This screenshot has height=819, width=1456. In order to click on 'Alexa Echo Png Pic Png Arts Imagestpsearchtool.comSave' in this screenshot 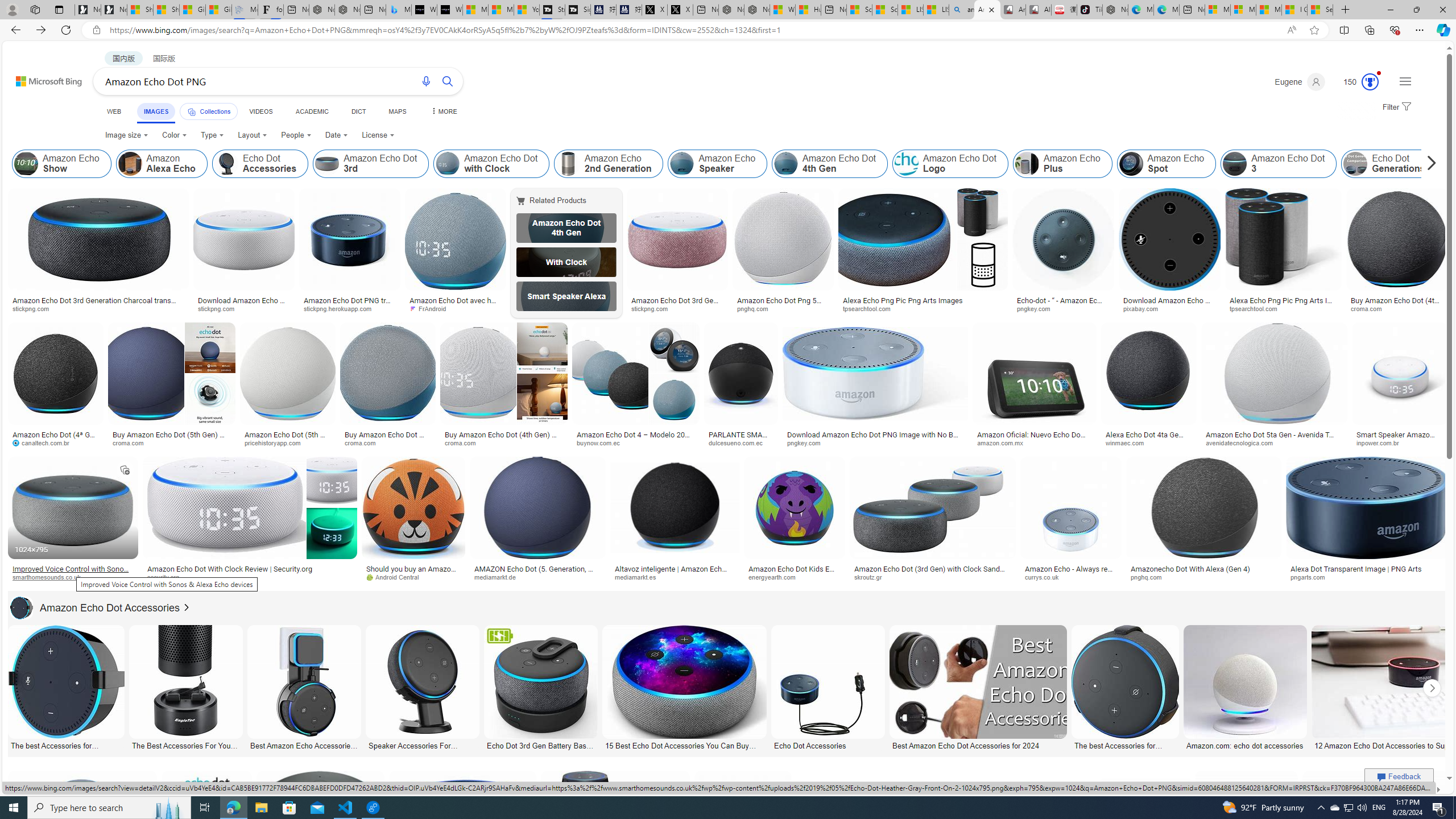, I will do `click(925, 253)`.